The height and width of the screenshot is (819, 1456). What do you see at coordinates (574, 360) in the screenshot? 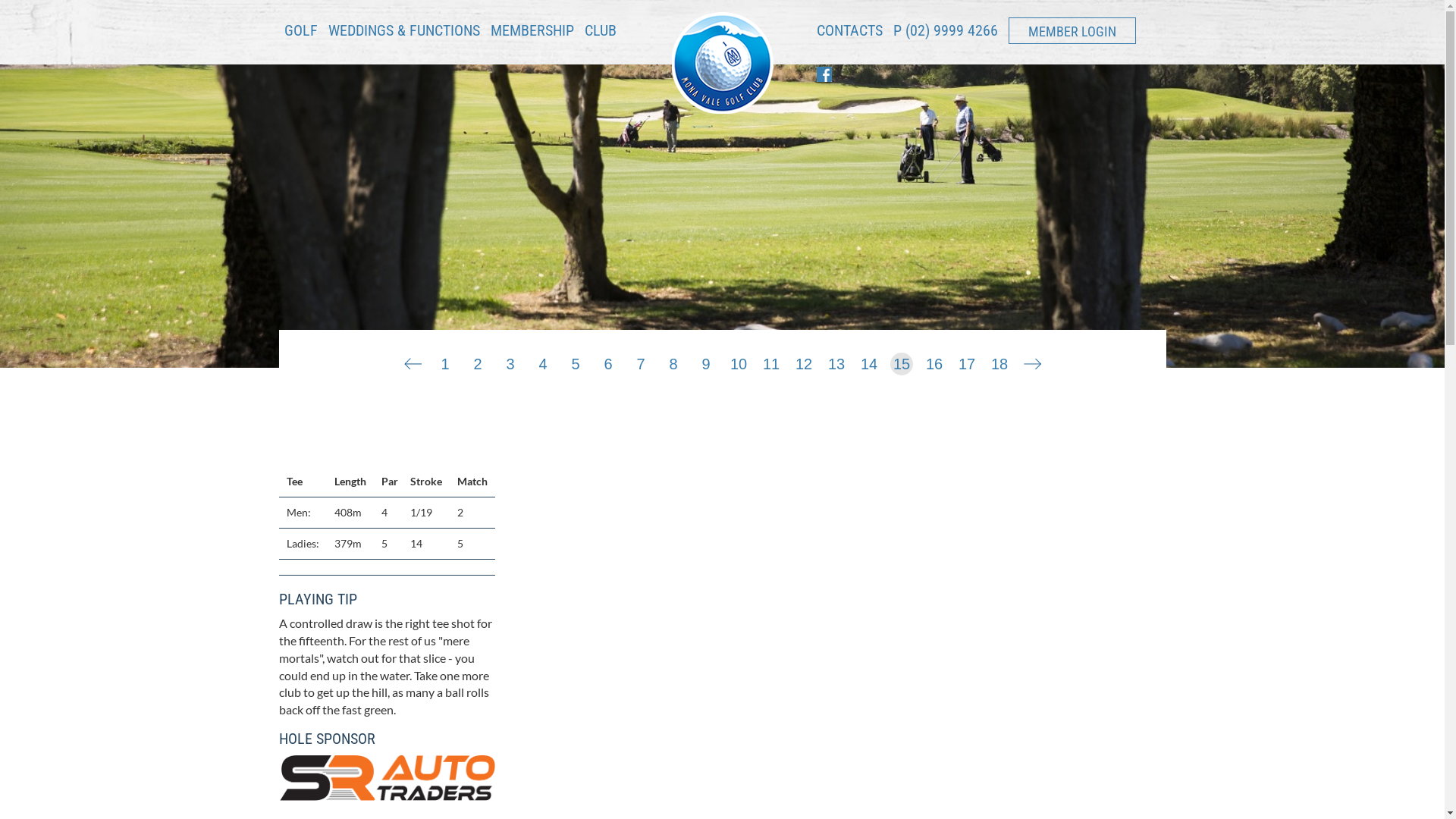
I see `'5'` at bounding box center [574, 360].